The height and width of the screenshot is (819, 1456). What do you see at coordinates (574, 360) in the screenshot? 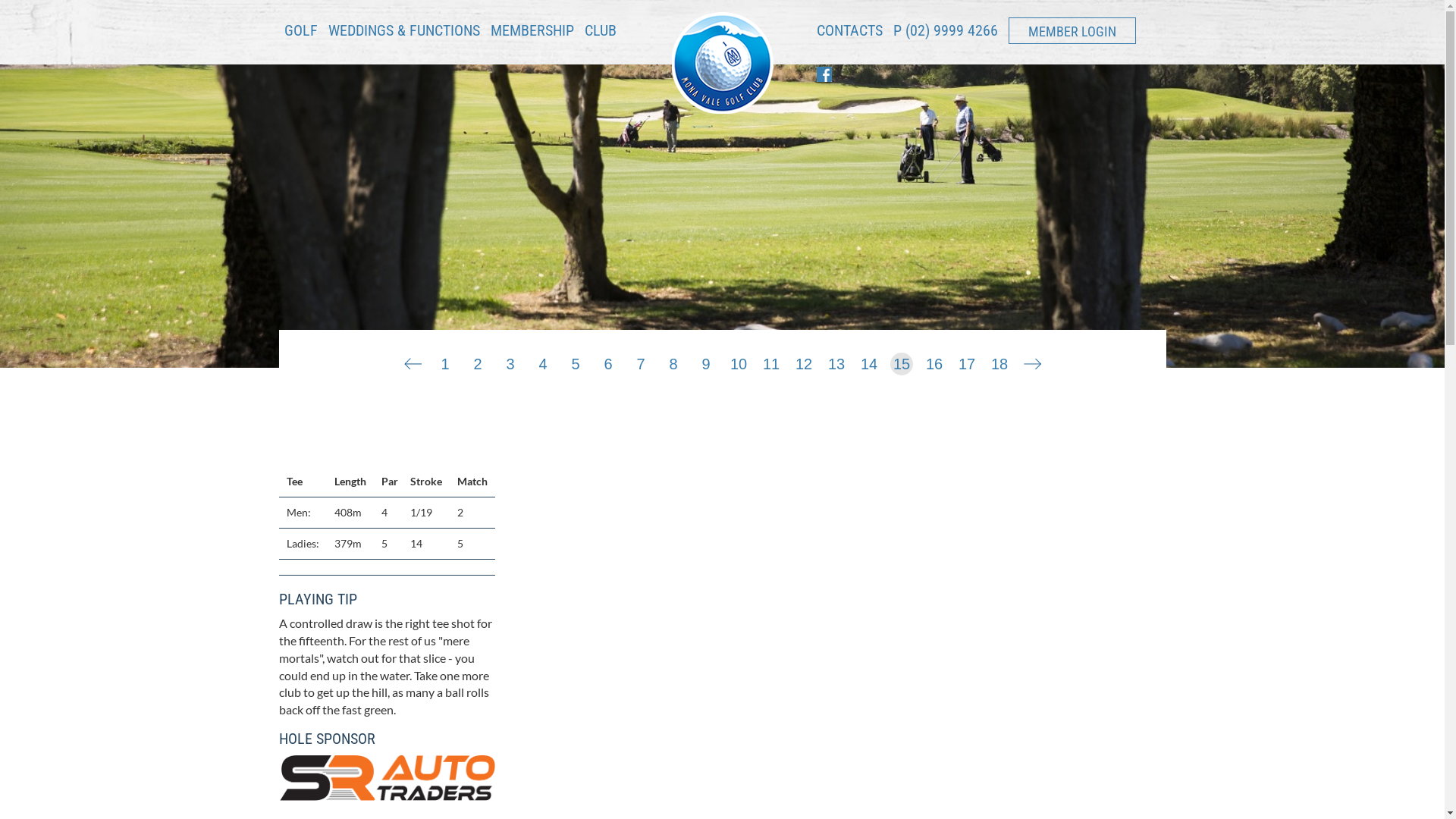
I see `'5'` at bounding box center [574, 360].